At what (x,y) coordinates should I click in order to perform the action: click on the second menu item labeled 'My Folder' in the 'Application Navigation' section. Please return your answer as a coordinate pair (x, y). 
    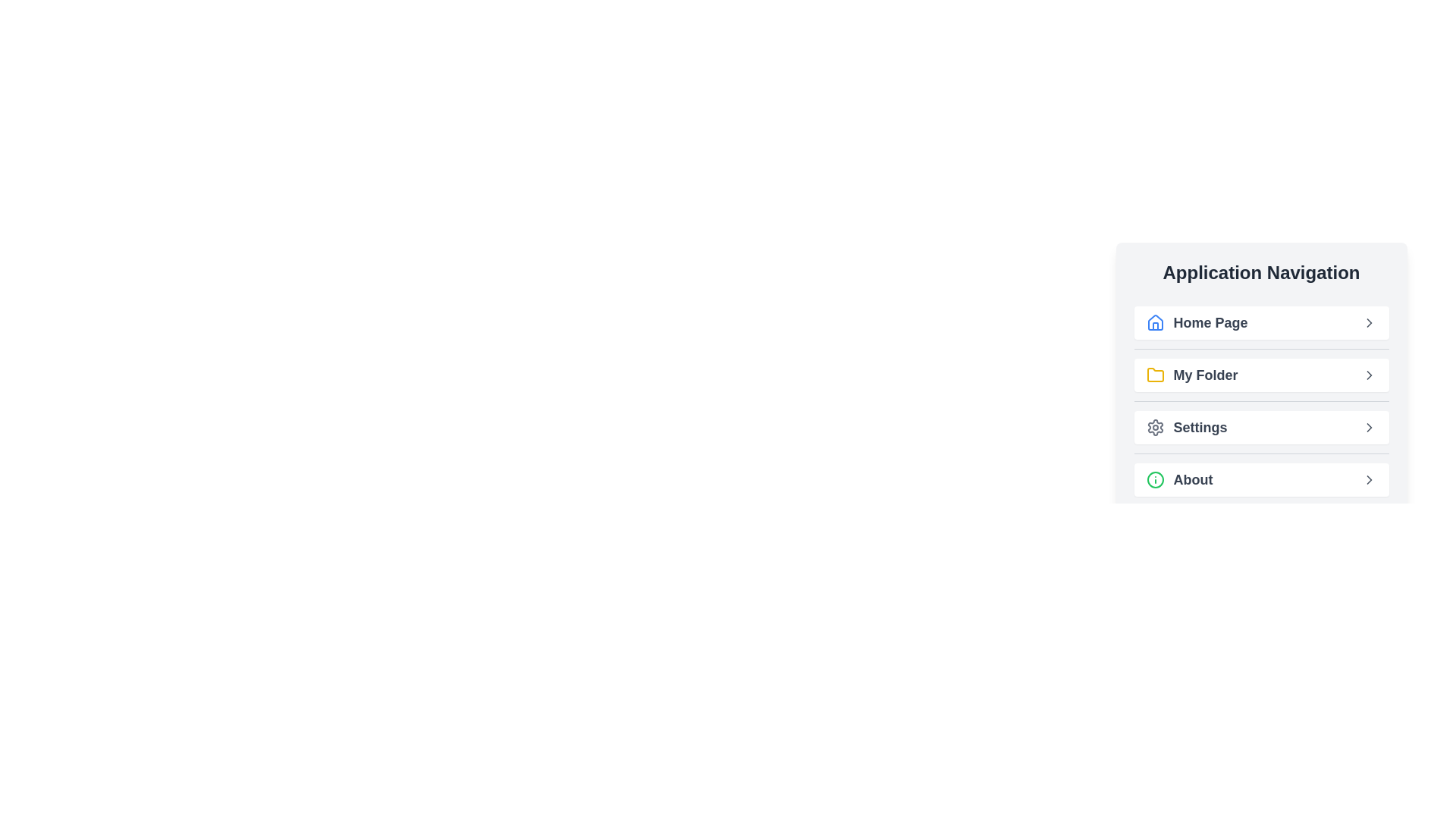
    Looking at the image, I should click on (1261, 382).